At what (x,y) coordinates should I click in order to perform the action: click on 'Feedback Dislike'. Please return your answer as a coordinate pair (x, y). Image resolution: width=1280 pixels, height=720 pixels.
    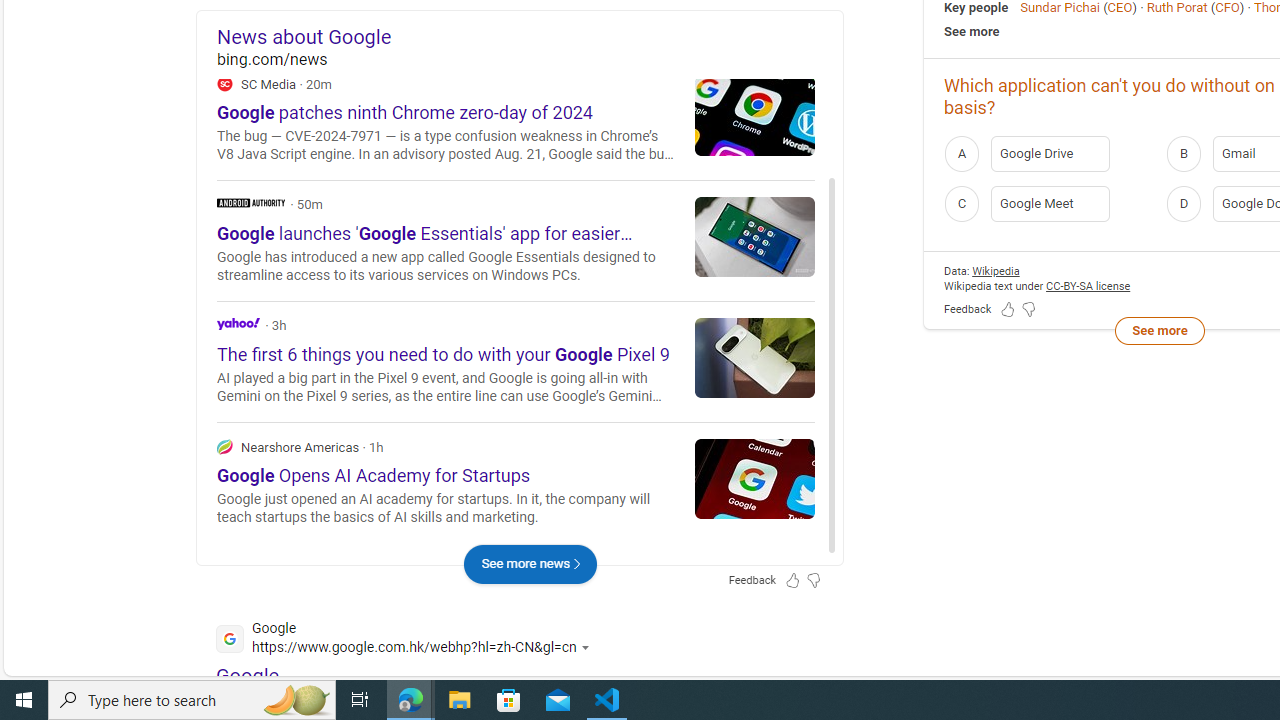
    Looking at the image, I should click on (1029, 309).